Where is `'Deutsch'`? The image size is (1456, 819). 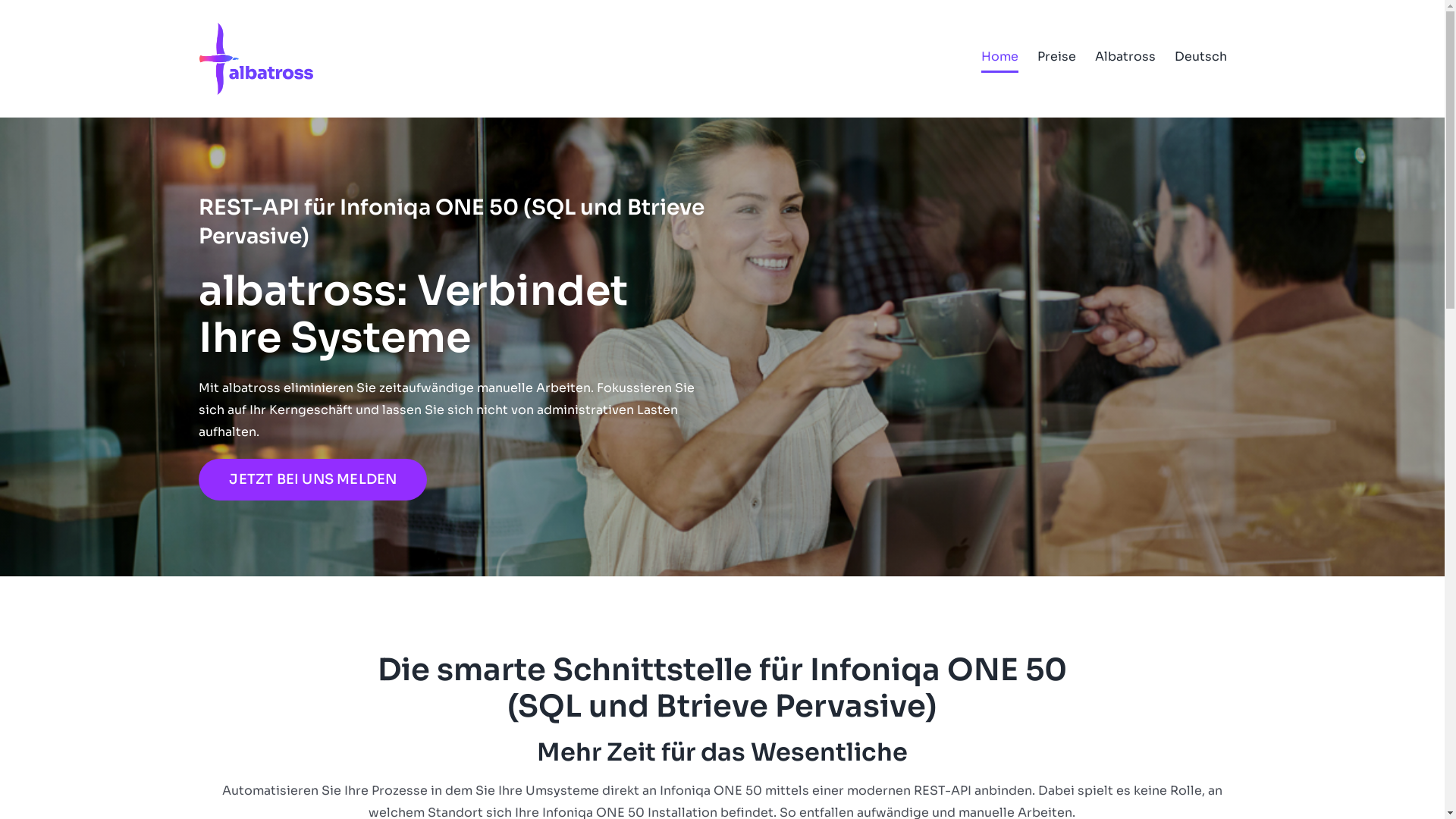 'Deutsch' is located at coordinates (1199, 55).